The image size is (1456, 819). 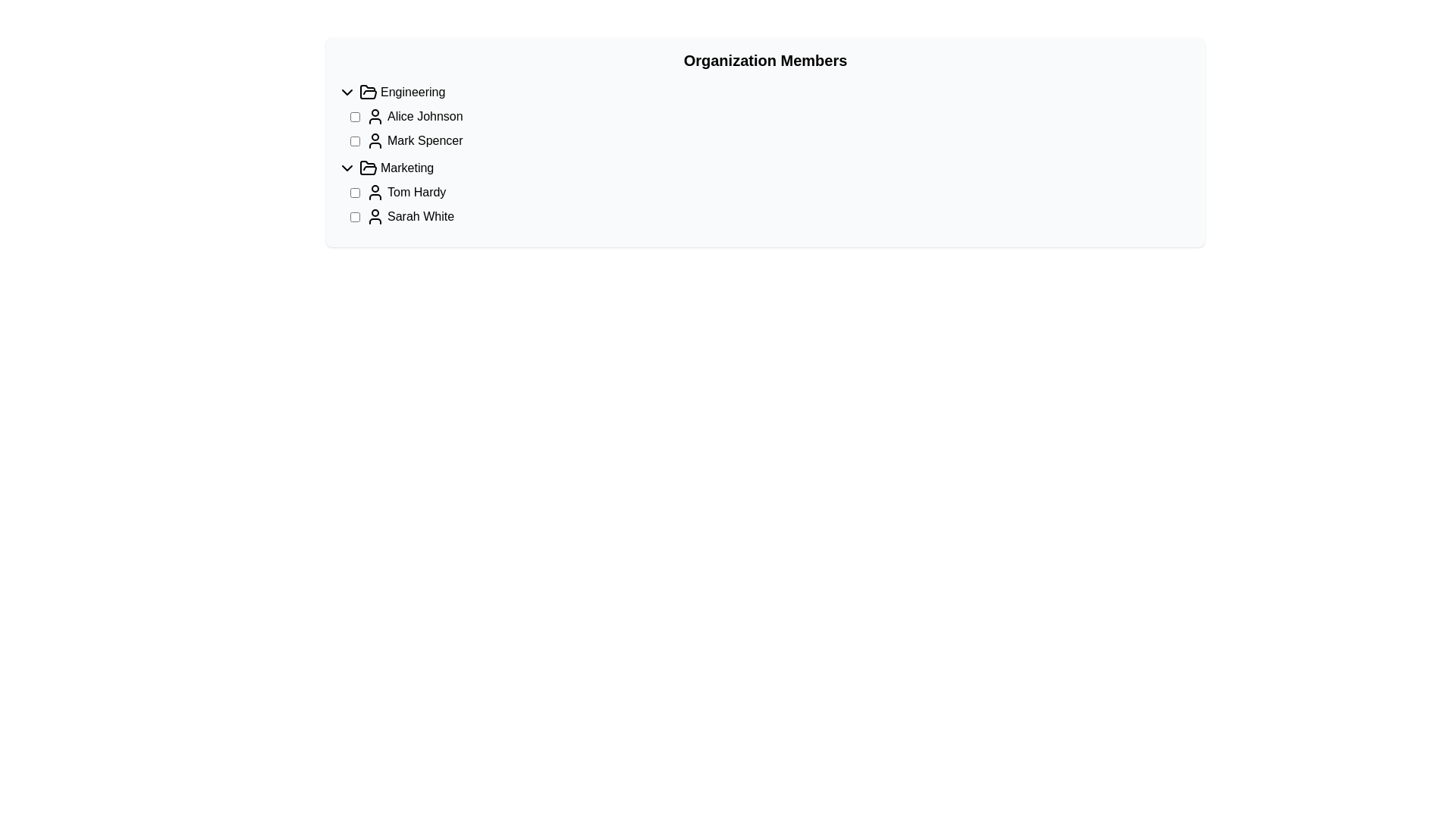 What do you see at coordinates (368, 93) in the screenshot?
I see `the open folder icon representing the 'Engineering' category, located to the left of the text 'Engineering' in the list of organization members` at bounding box center [368, 93].